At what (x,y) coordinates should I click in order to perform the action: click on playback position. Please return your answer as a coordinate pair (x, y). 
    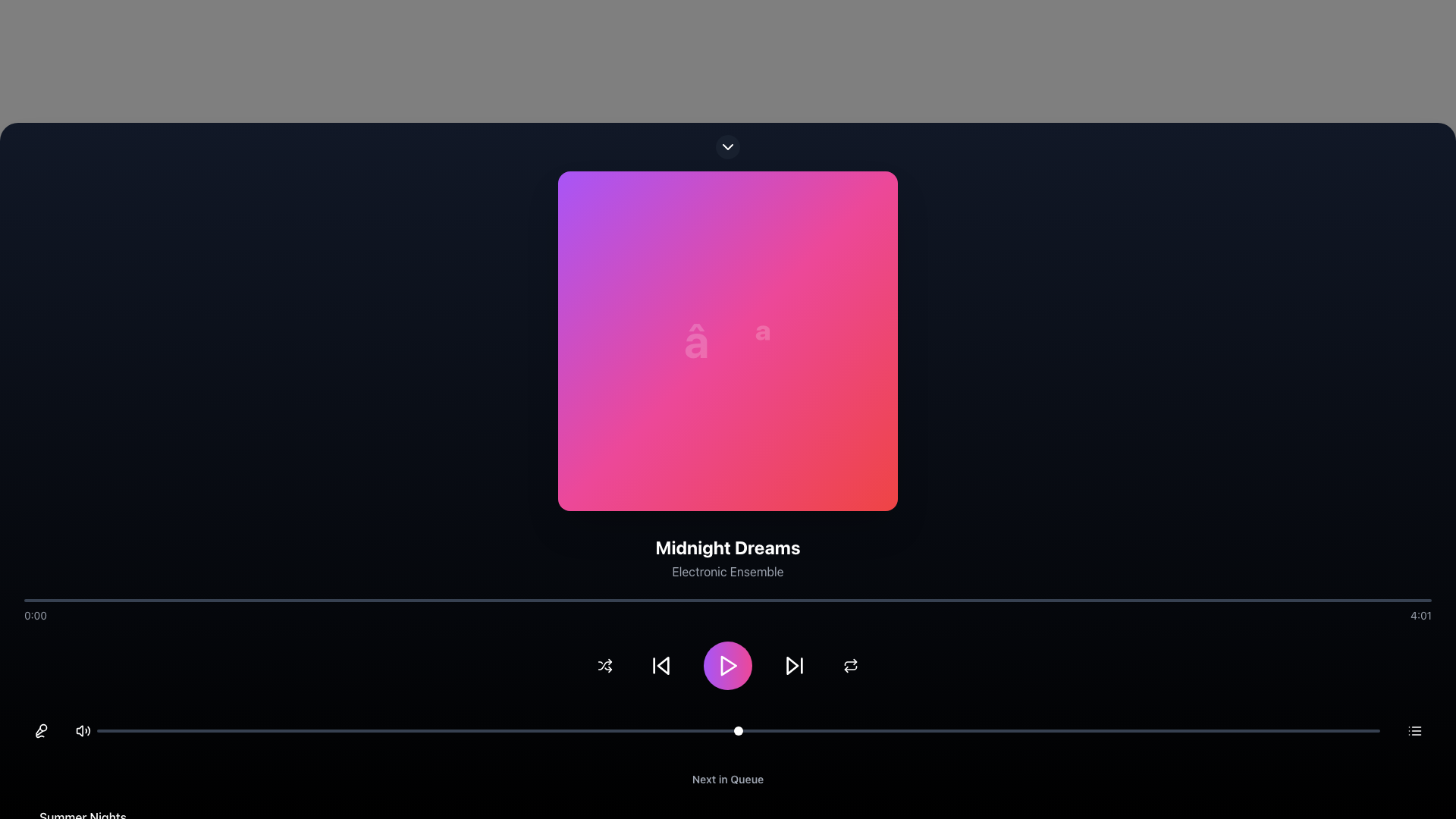
    Looking at the image, I should click on (1417, 599).